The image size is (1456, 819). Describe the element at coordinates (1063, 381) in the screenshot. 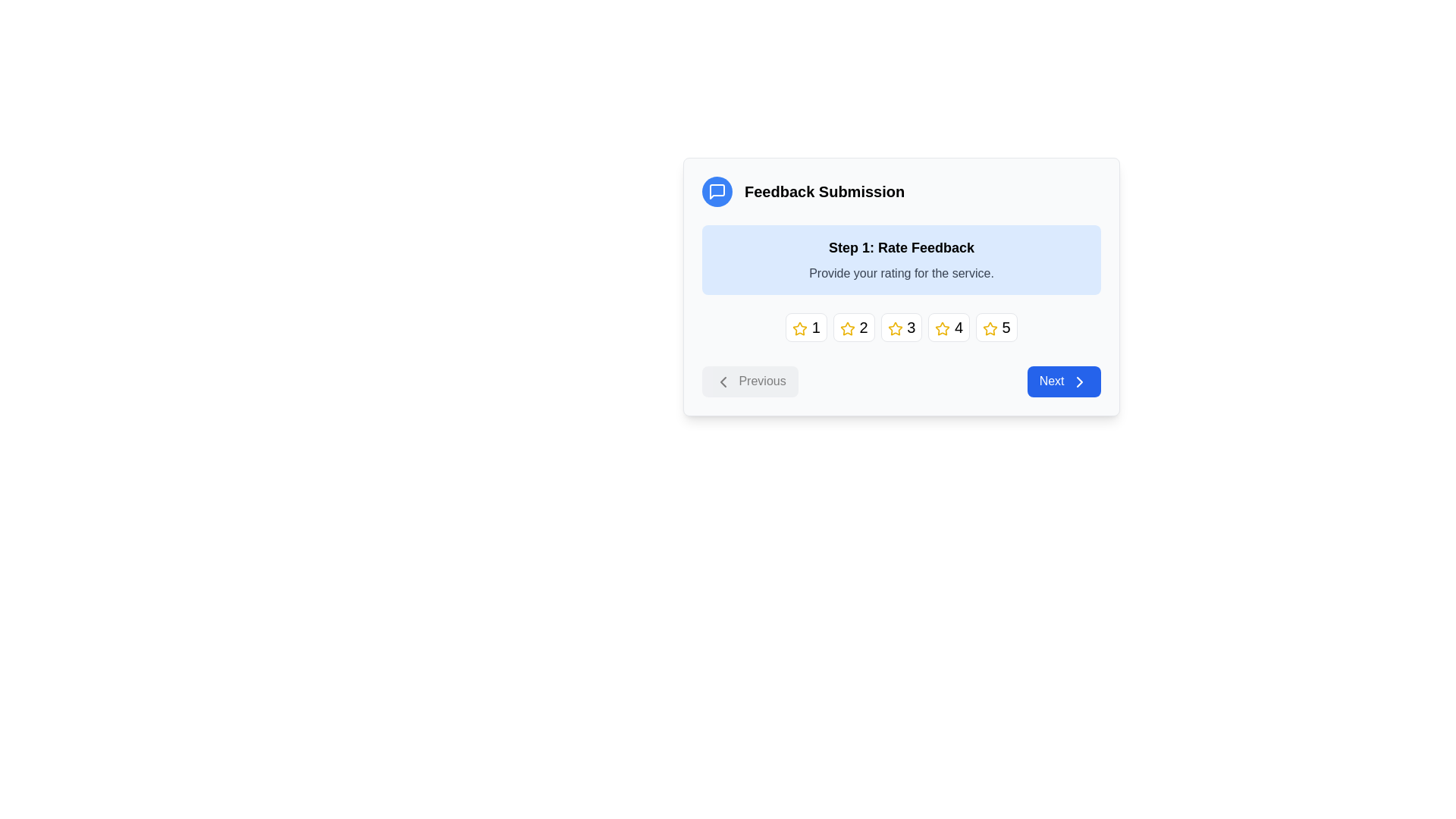

I see `the rectangular button with a blue background and white text labeled 'Next', which is located in the bottom-right corner of the feedback submission card` at that location.